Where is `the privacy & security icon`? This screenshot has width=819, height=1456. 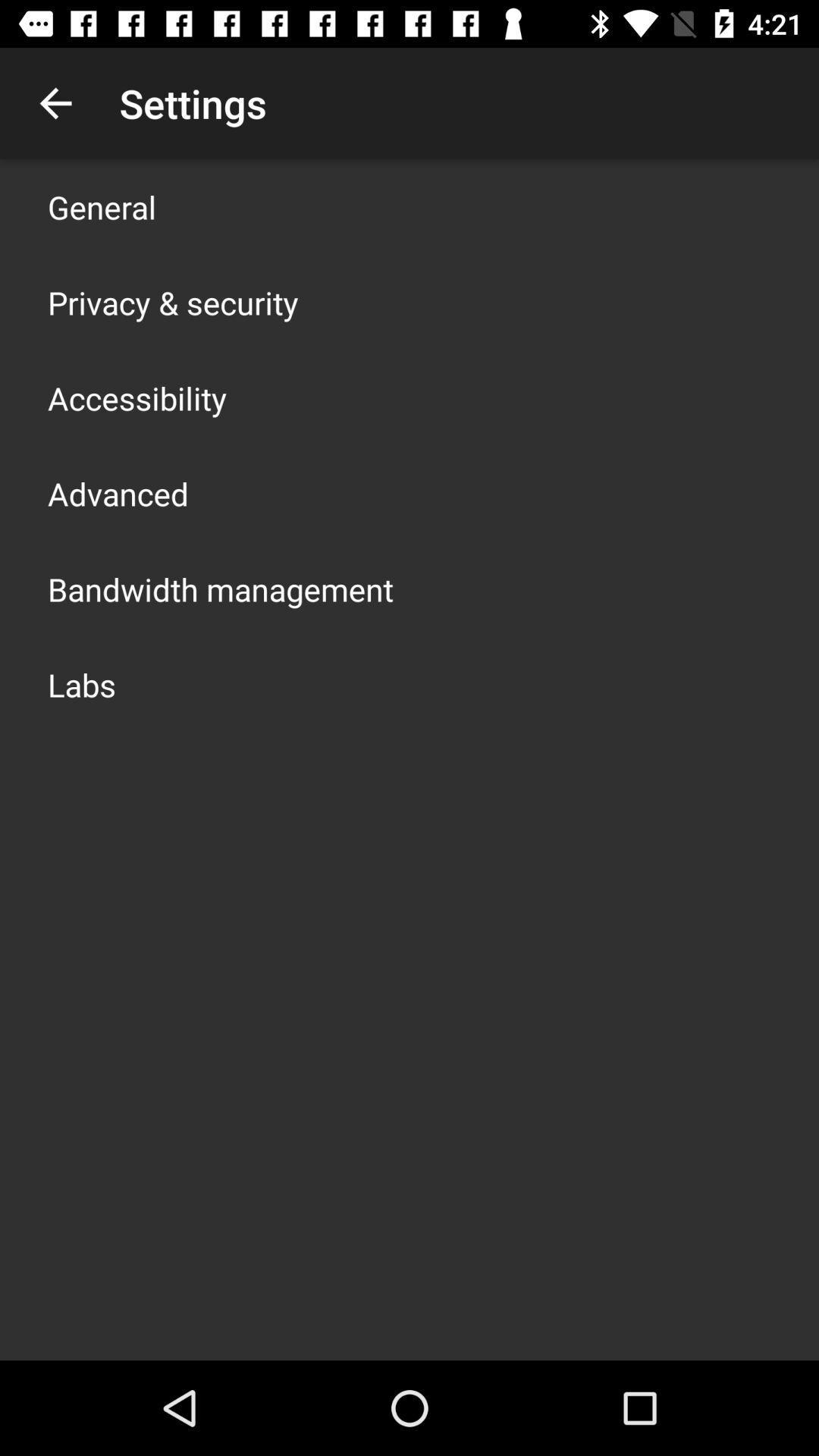 the privacy & security icon is located at coordinates (172, 302).